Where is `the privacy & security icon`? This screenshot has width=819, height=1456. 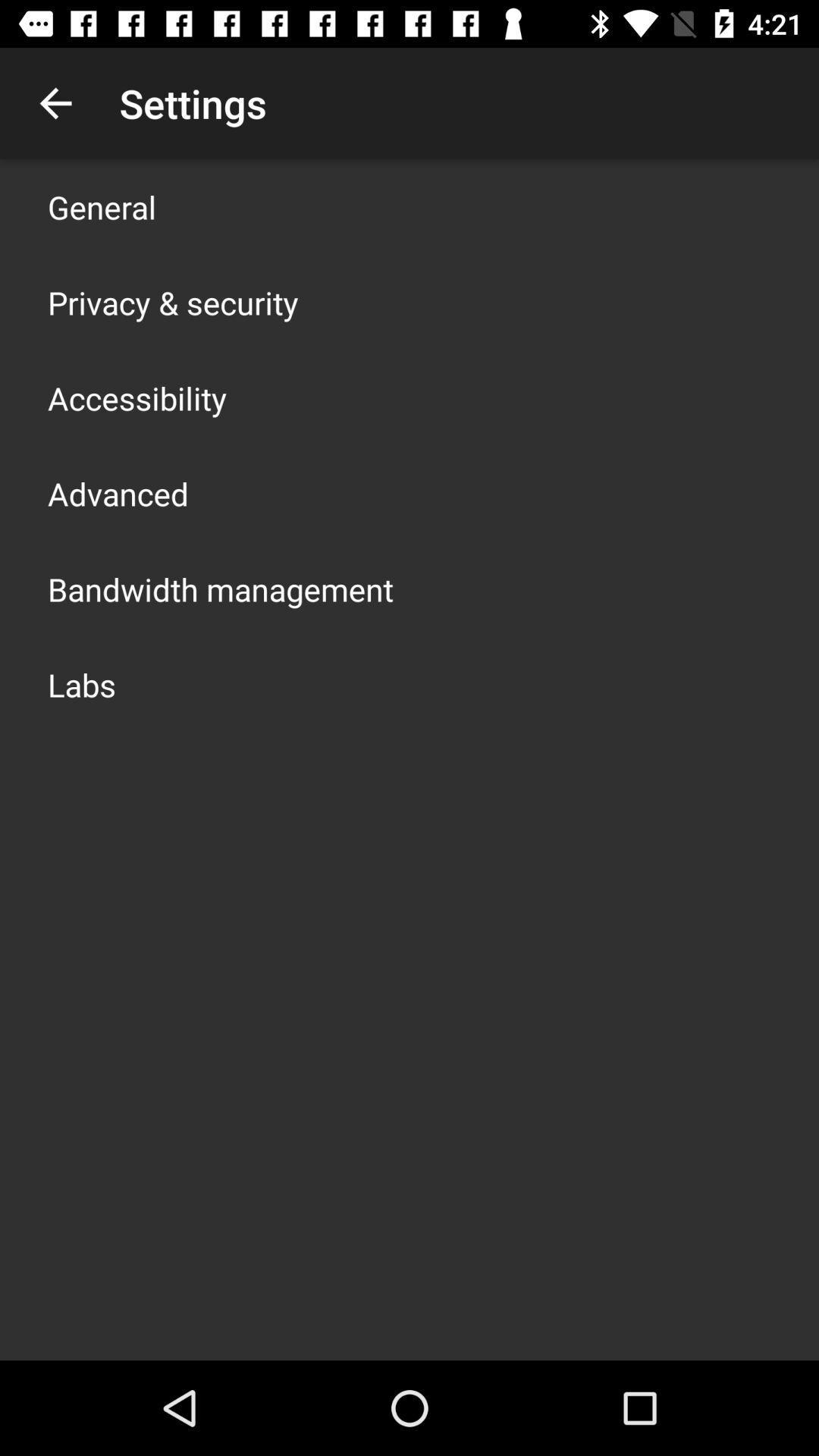 the privacy & security icon is located at coordinates (172, 302).